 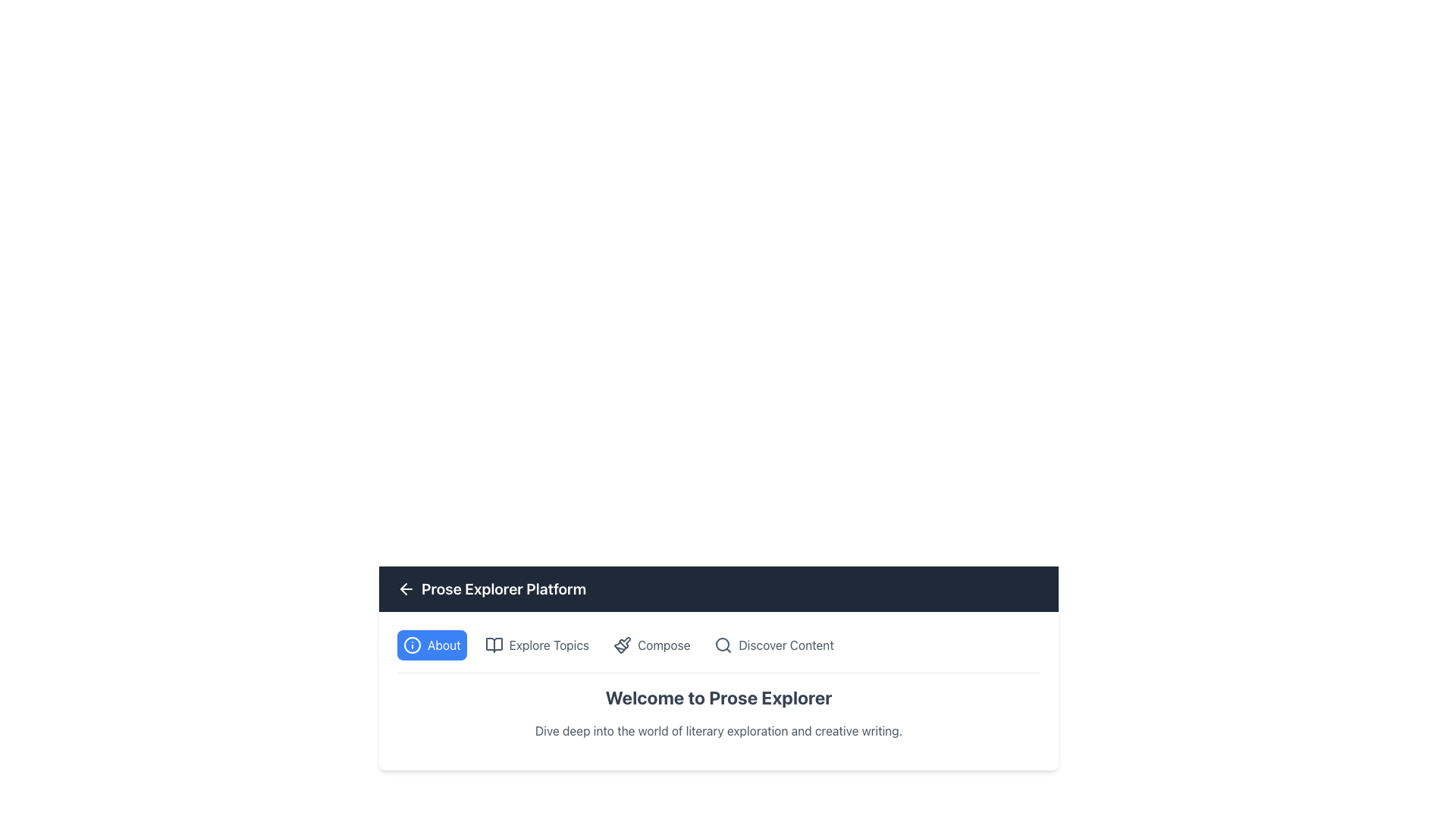 What do you see at coordinates (718, 730) in the screenshot?
I see `the static text that provides a brief description below the 'Welcome to Prose Explorer' title, enticing users` at bounding box center [718, 730].